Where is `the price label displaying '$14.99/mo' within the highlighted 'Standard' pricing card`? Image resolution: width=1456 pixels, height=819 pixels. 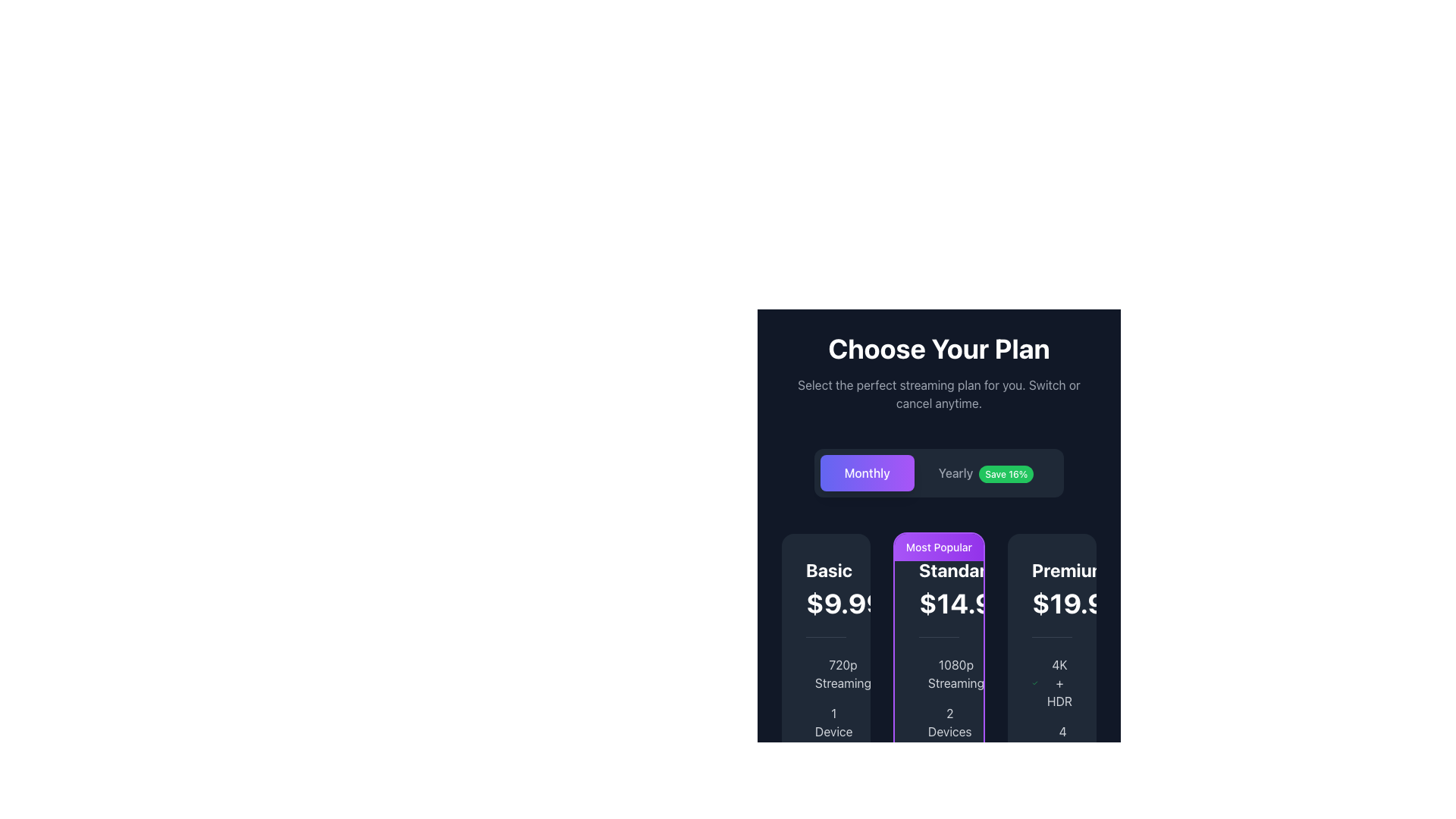
the price label displaying '$14.99/mo' within the highlighted 'Standard' pricing card is located at coordinates (938, 602).